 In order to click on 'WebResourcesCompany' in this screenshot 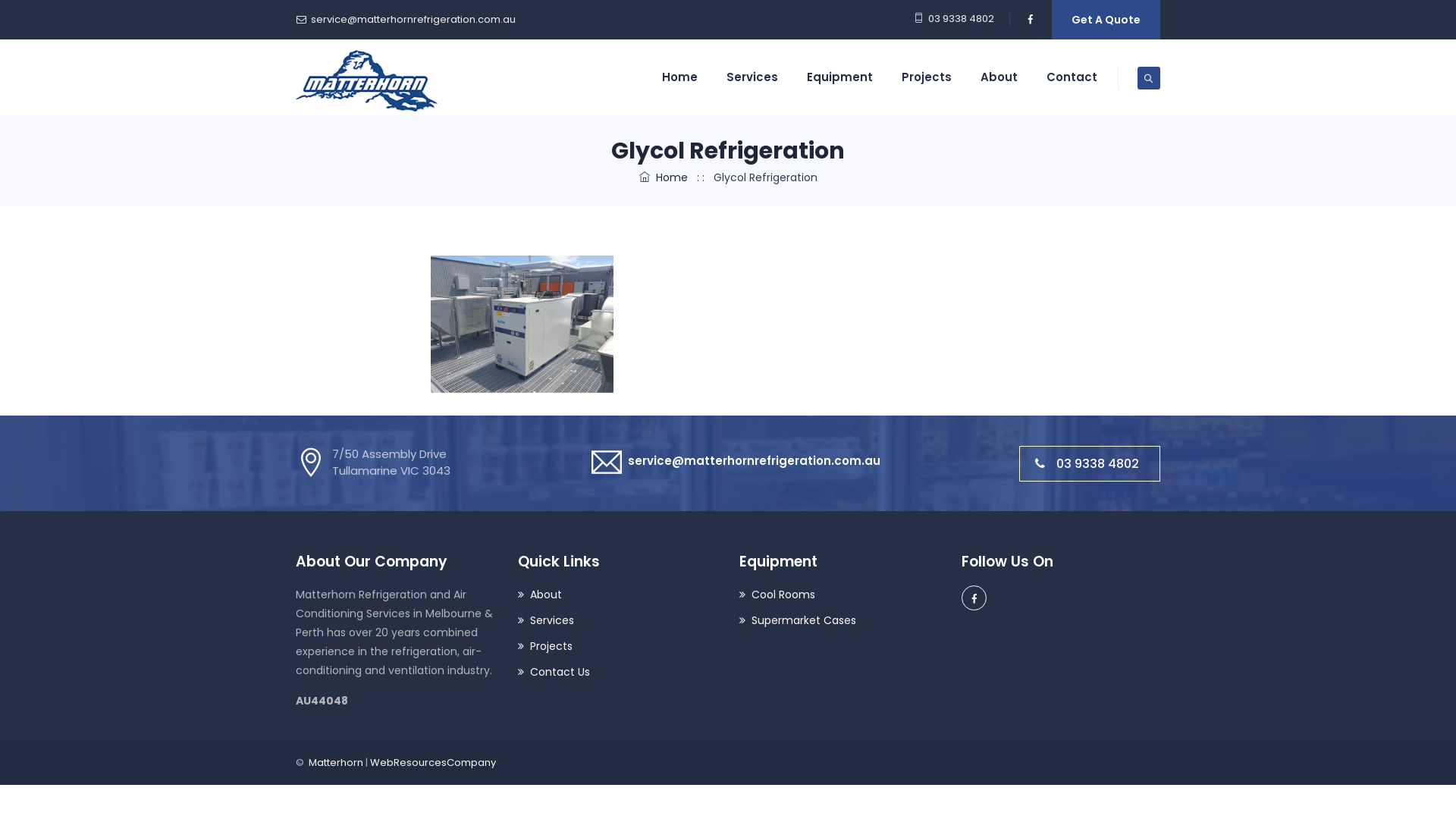, I will do `click(432, 762)`.